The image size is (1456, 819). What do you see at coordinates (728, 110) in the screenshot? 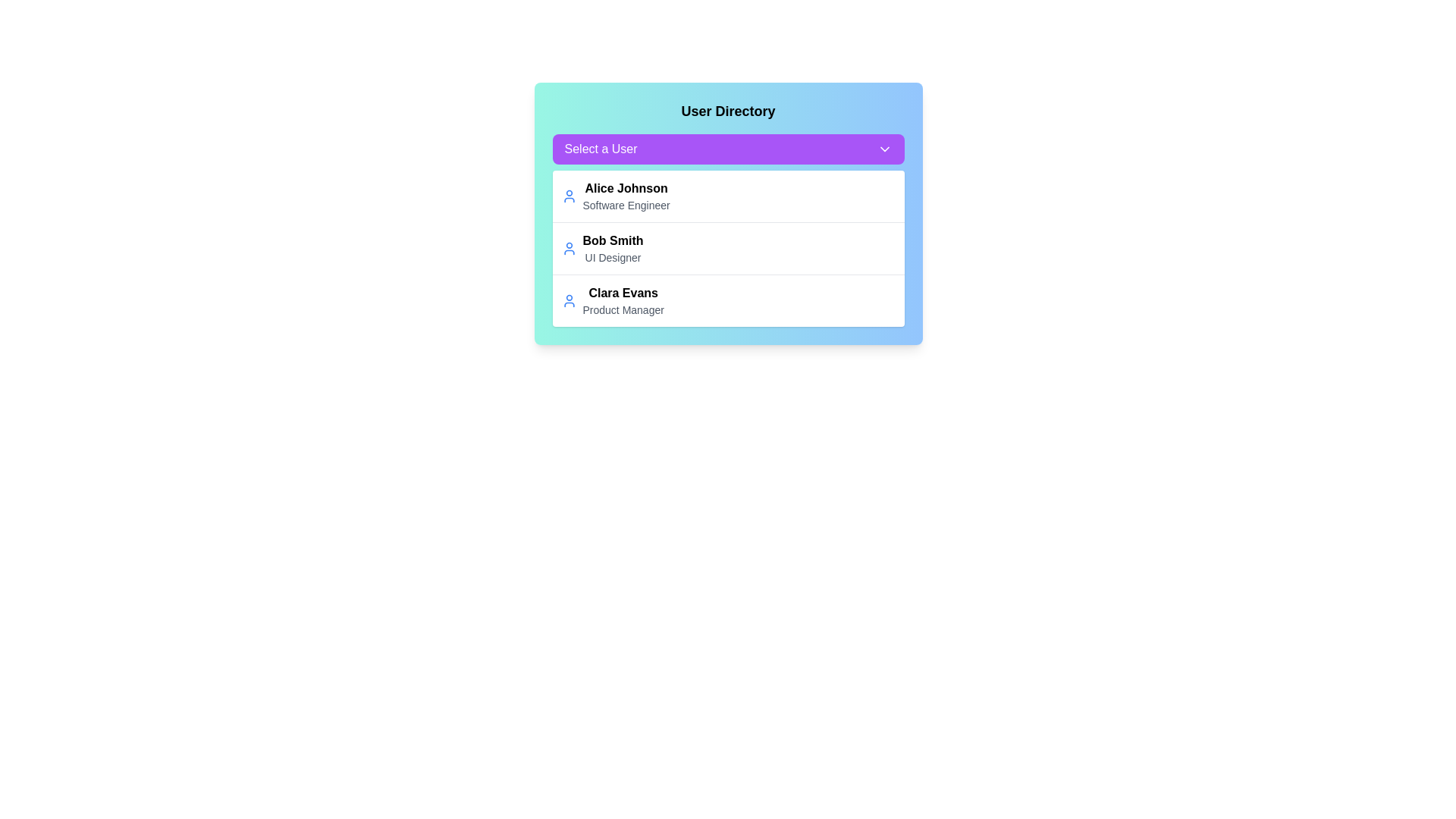
I see `the bold 'User Directory' text label, which is prominently displayed in black font on a gradient background transitioning from teal to blue, positioned above the 'Select a User' button` at bounding box center [728, 110].